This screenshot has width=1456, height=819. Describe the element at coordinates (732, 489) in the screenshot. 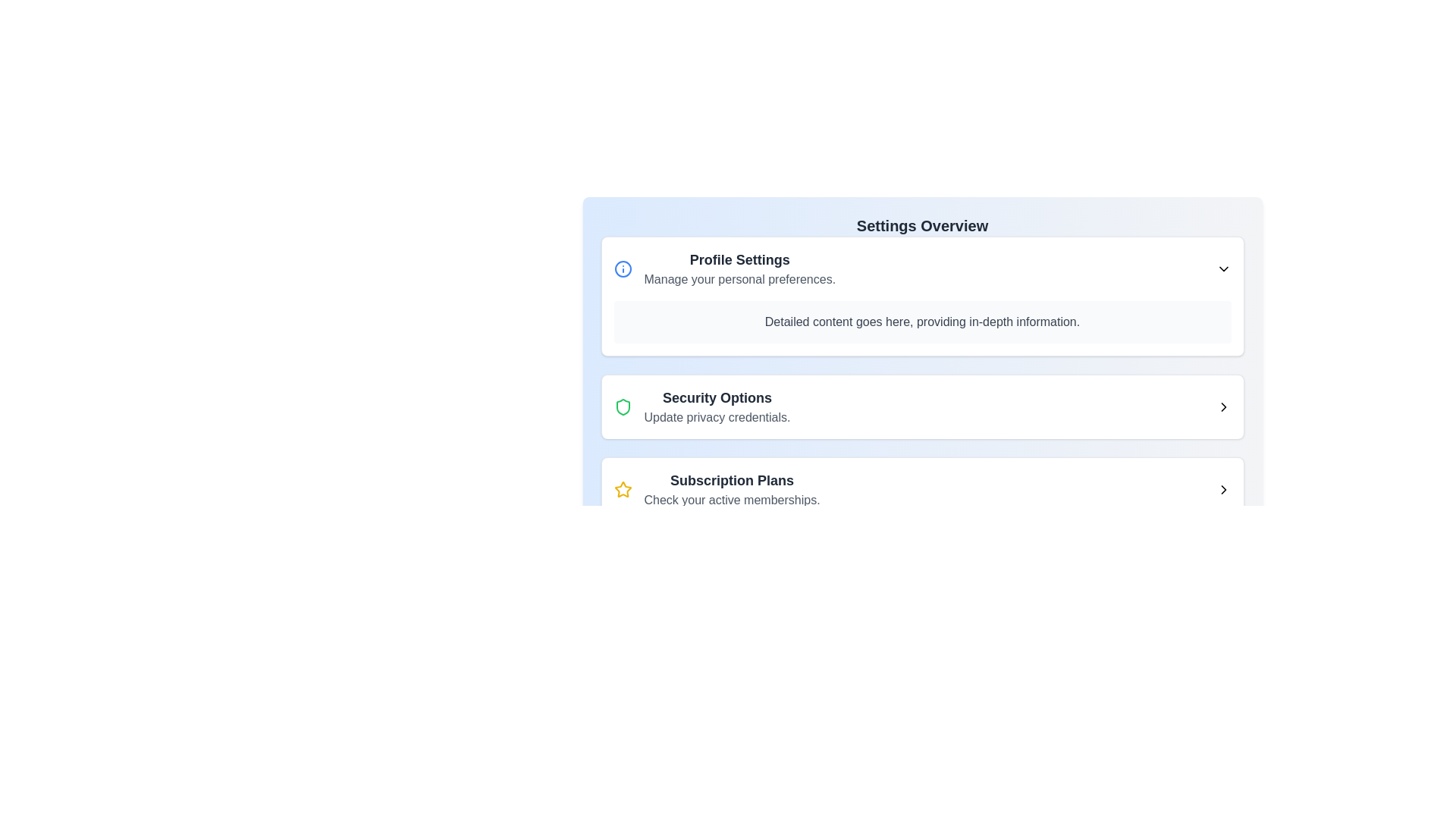

I see `the informational text group located under the header 'Settings Overview', which describes subscription options and is the third item in a vertical stack, with a yellow star icon to its left` at that location.